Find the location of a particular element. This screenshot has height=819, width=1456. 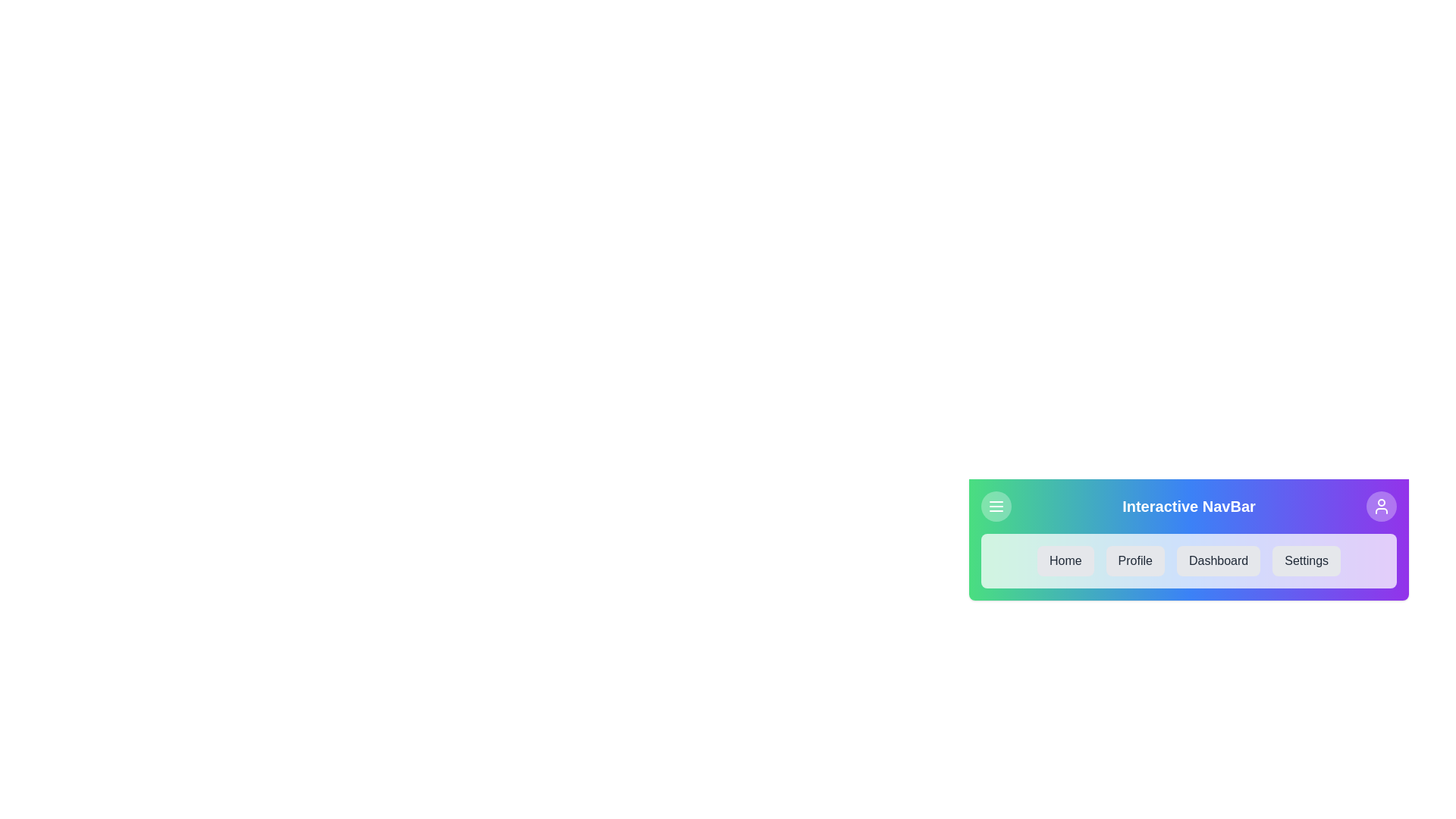

the navigation link labeled Home is located at coordinates (1065, 561).